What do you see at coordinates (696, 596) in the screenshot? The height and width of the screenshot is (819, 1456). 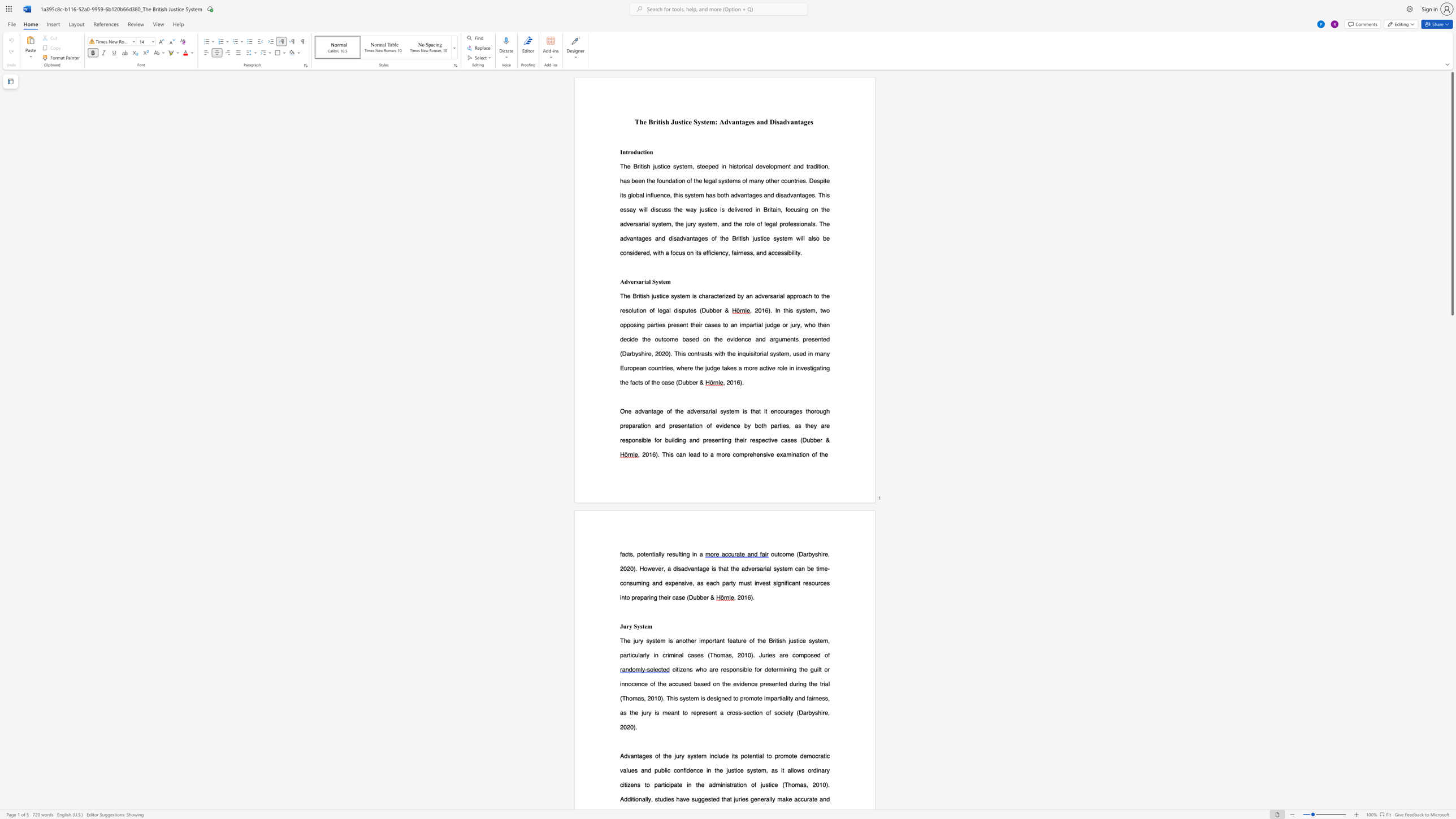 I see `the subset text "bber &" within the text "(Dubber &"` at bounding box center [696, 596].